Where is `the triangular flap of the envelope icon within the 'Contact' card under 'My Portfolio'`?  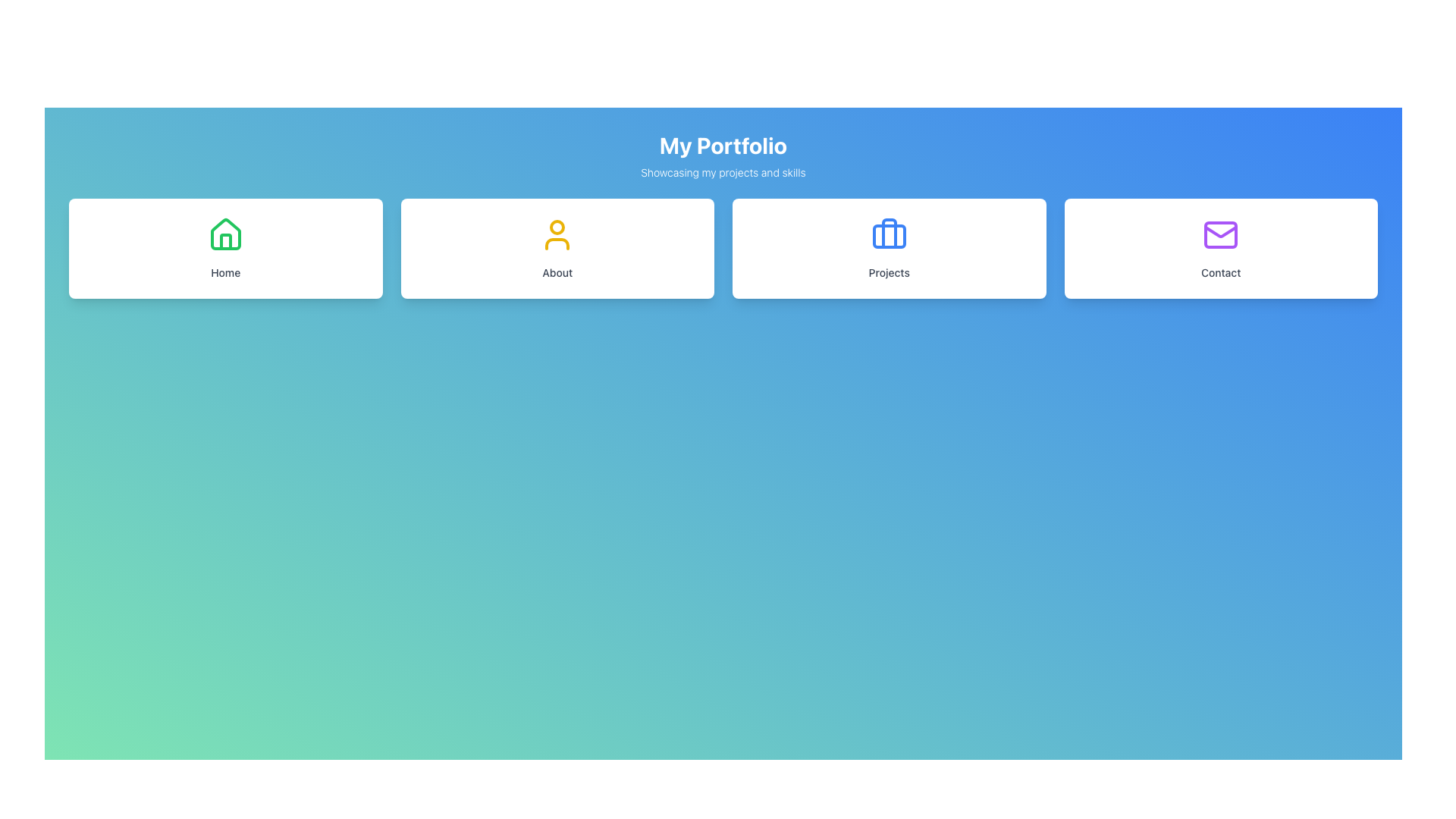
the triangular flap of the envelope icon within the 'Contact' card under 'My Portfolio' is located at coordinates (1221, 231).